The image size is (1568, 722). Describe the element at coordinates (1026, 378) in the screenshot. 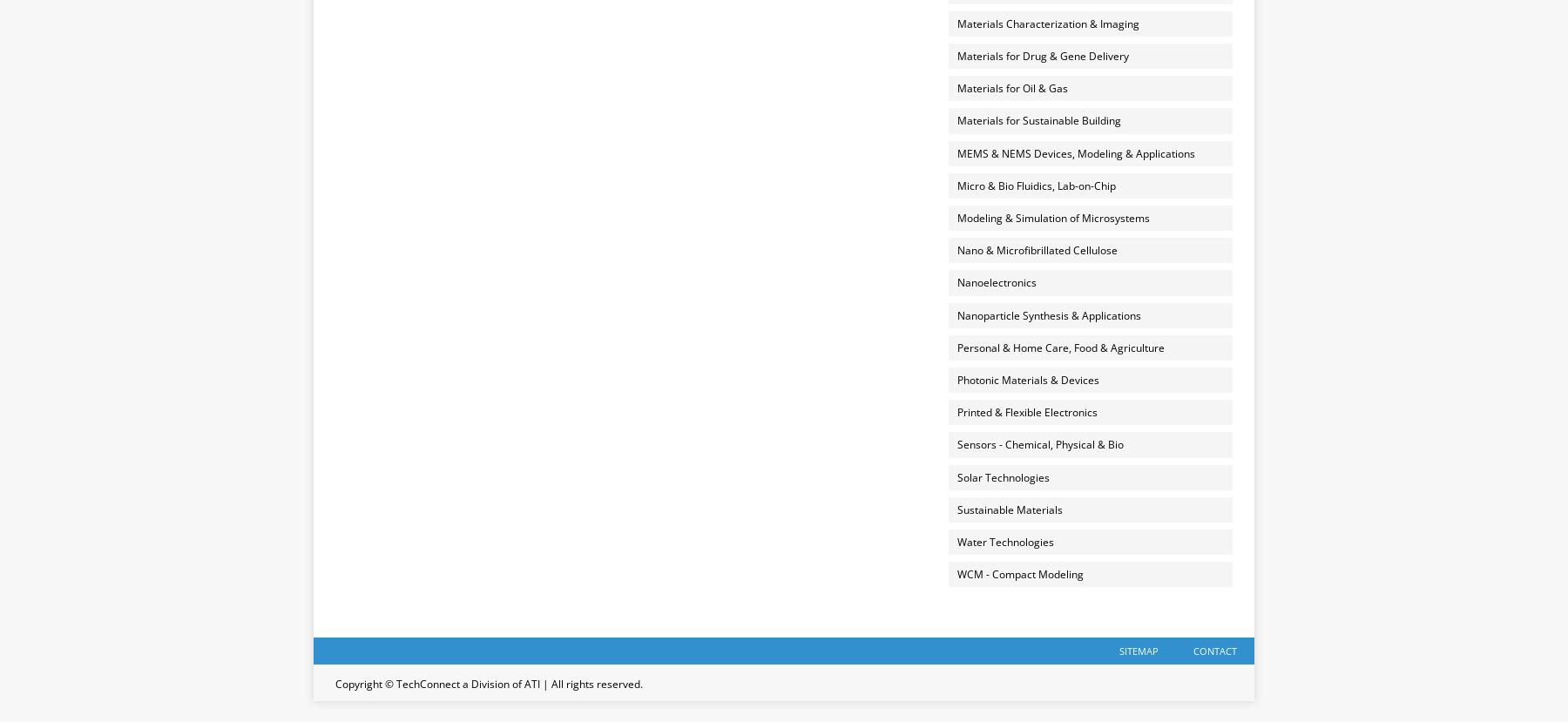

I see `'Photonic Materials & Devices'` at that location.